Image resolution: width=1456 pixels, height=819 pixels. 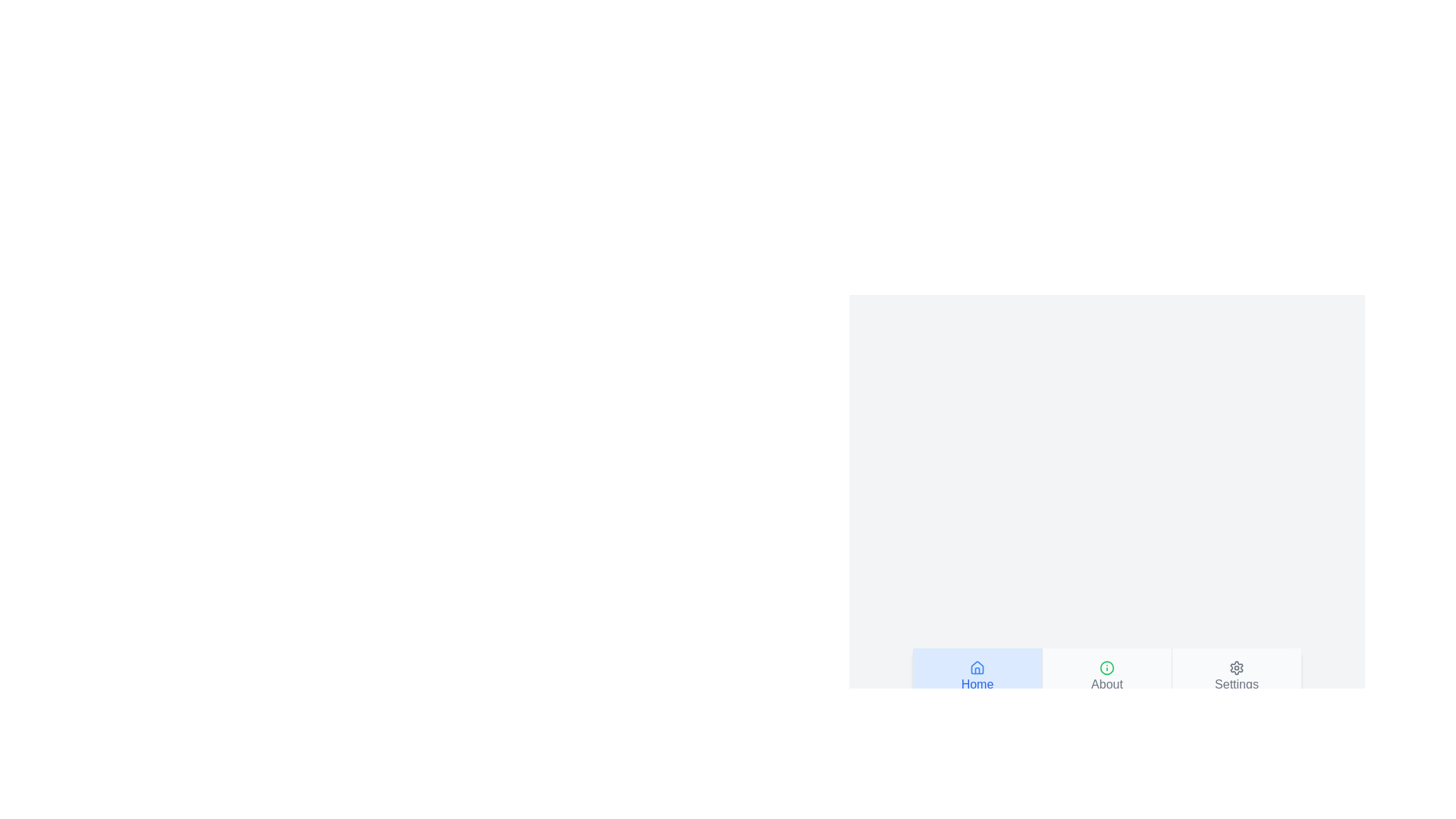 What do you see at coordinates (977, 676) in the screenshot?
I see `the tab button labeled Home` at bounding box center [977, 676].